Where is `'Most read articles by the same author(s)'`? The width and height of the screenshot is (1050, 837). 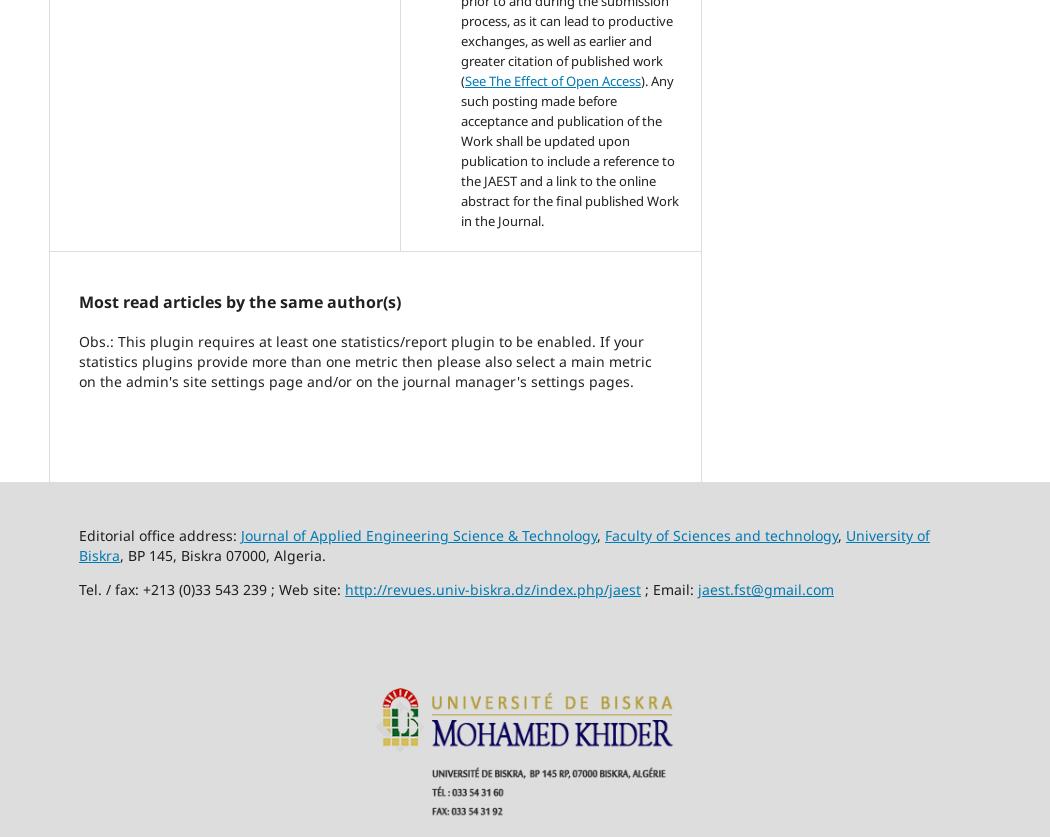 'Most read articles by the same author(s)' is located at coordinates (240, 301).